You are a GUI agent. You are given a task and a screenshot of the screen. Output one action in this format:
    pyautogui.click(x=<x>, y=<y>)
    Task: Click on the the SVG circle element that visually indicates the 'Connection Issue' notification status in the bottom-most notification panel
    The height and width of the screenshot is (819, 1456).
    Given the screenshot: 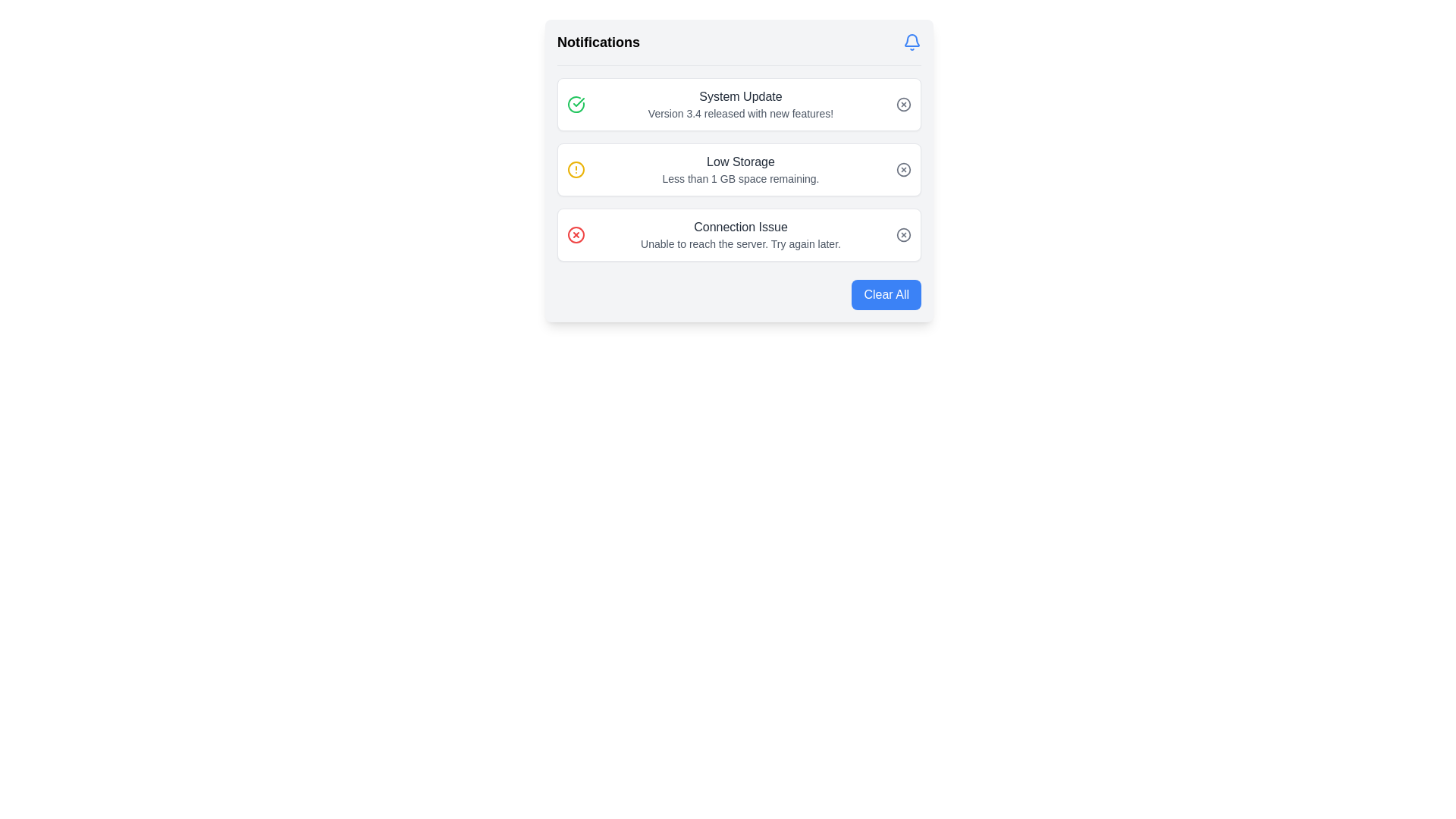 What is the action you would take?
    pyautogui.click(x=903, y=234)
    